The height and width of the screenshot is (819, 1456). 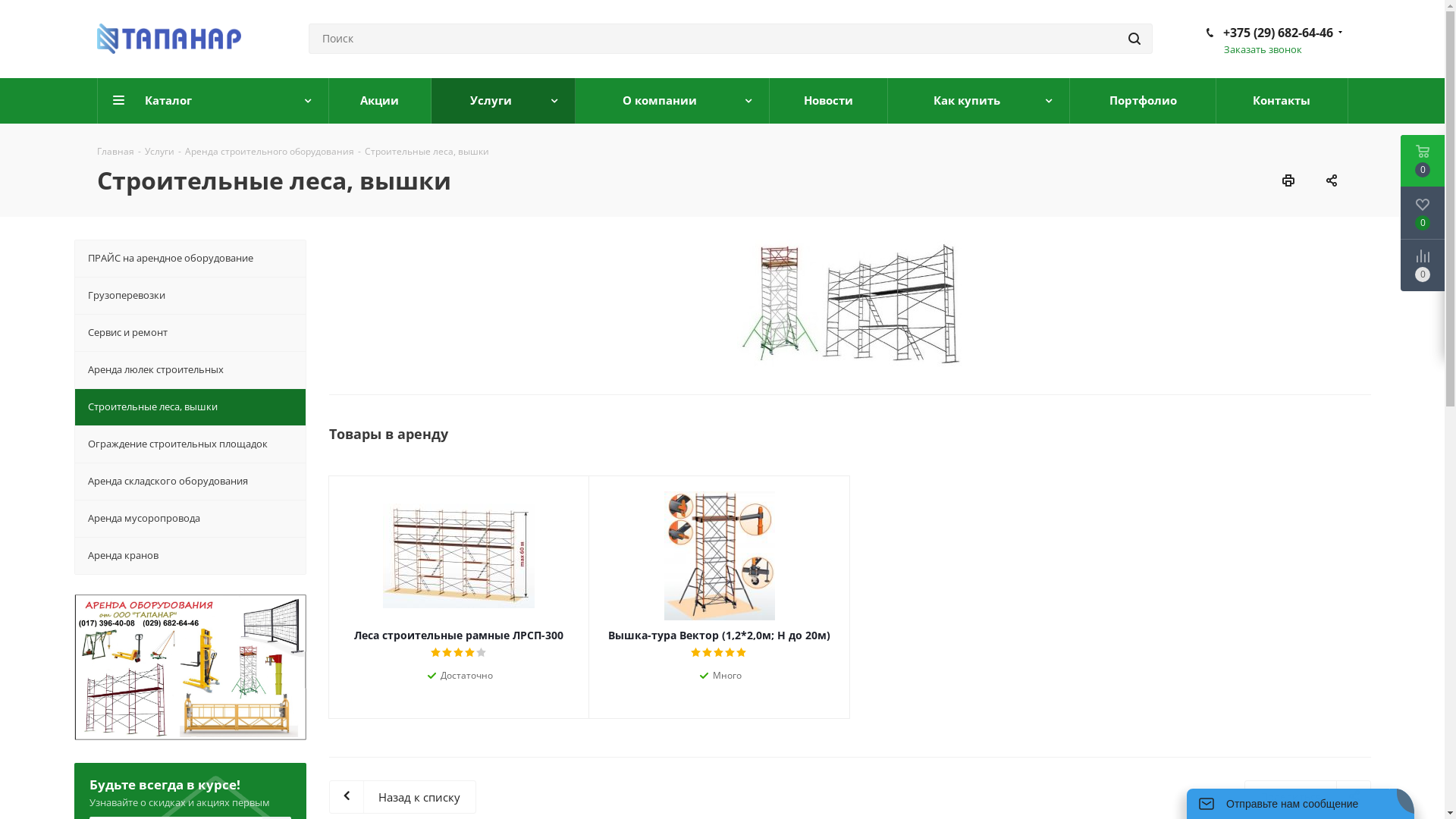 What do you see at coordinates (723, 651) in the screenshot?
I see `'4'` at bounding box center [723, 651].